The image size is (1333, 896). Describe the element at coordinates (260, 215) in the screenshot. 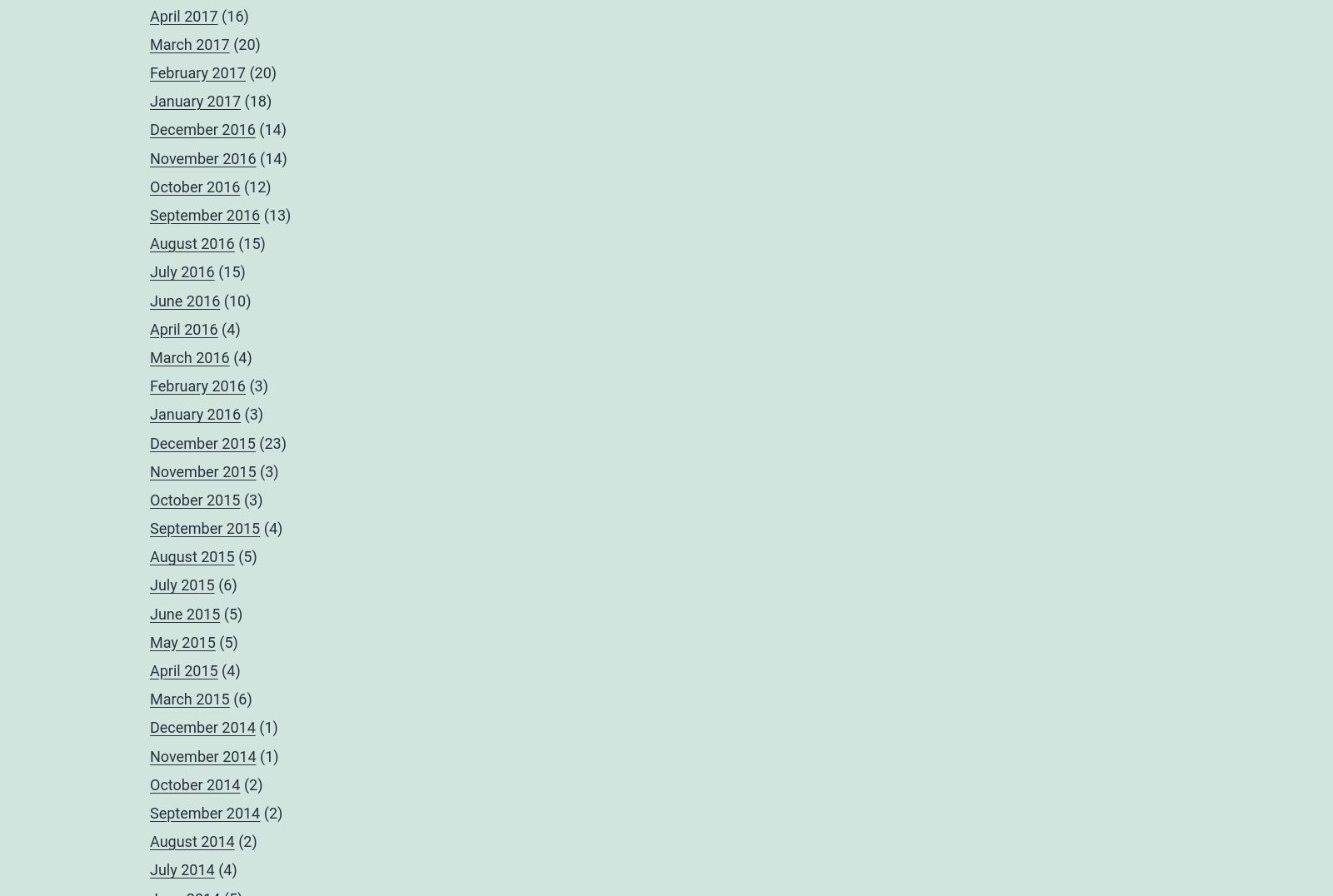

I see `'(13)'` at that location.